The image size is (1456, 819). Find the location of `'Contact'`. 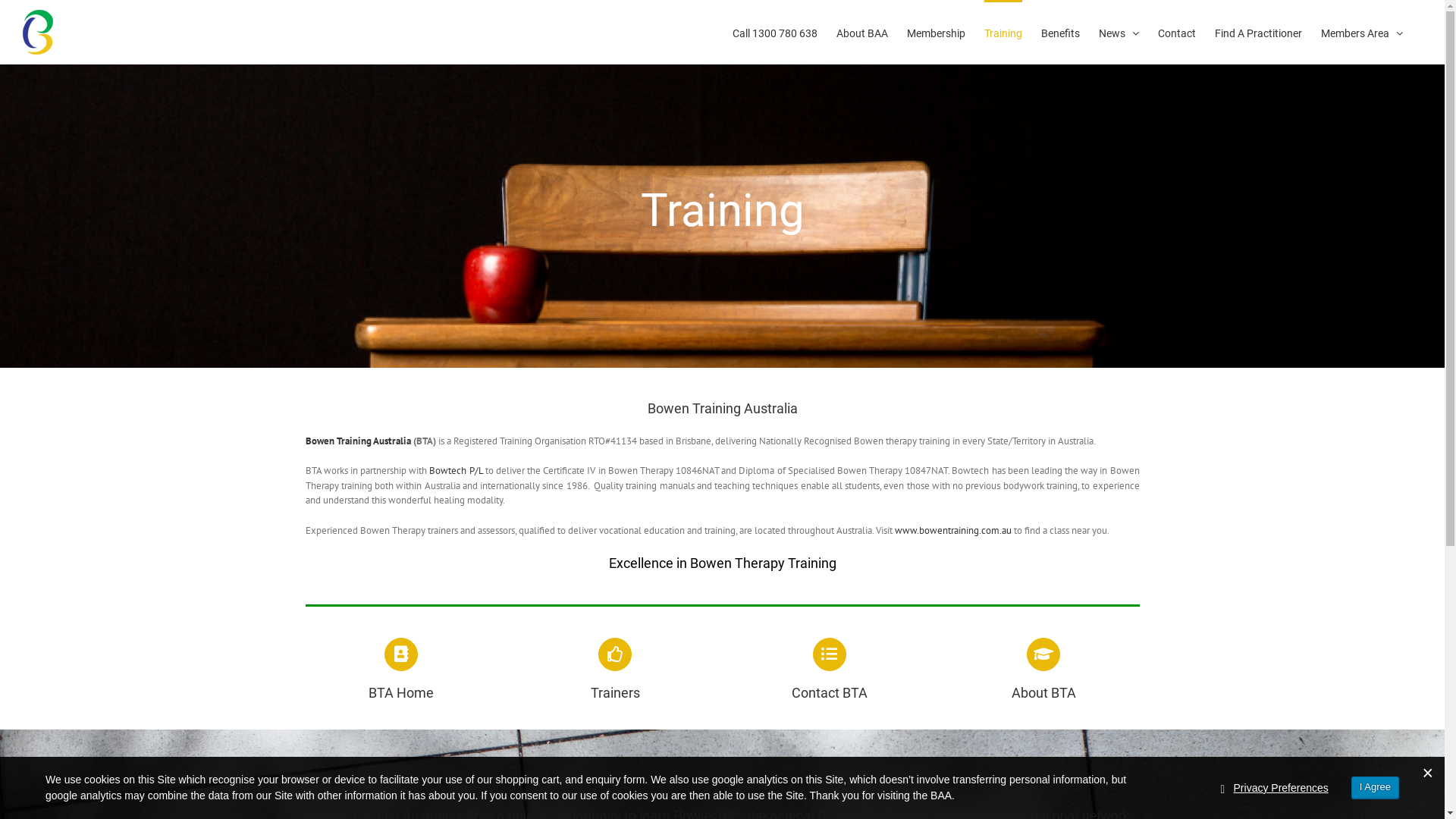

'Contact' is located at coordinates (1156, 32).